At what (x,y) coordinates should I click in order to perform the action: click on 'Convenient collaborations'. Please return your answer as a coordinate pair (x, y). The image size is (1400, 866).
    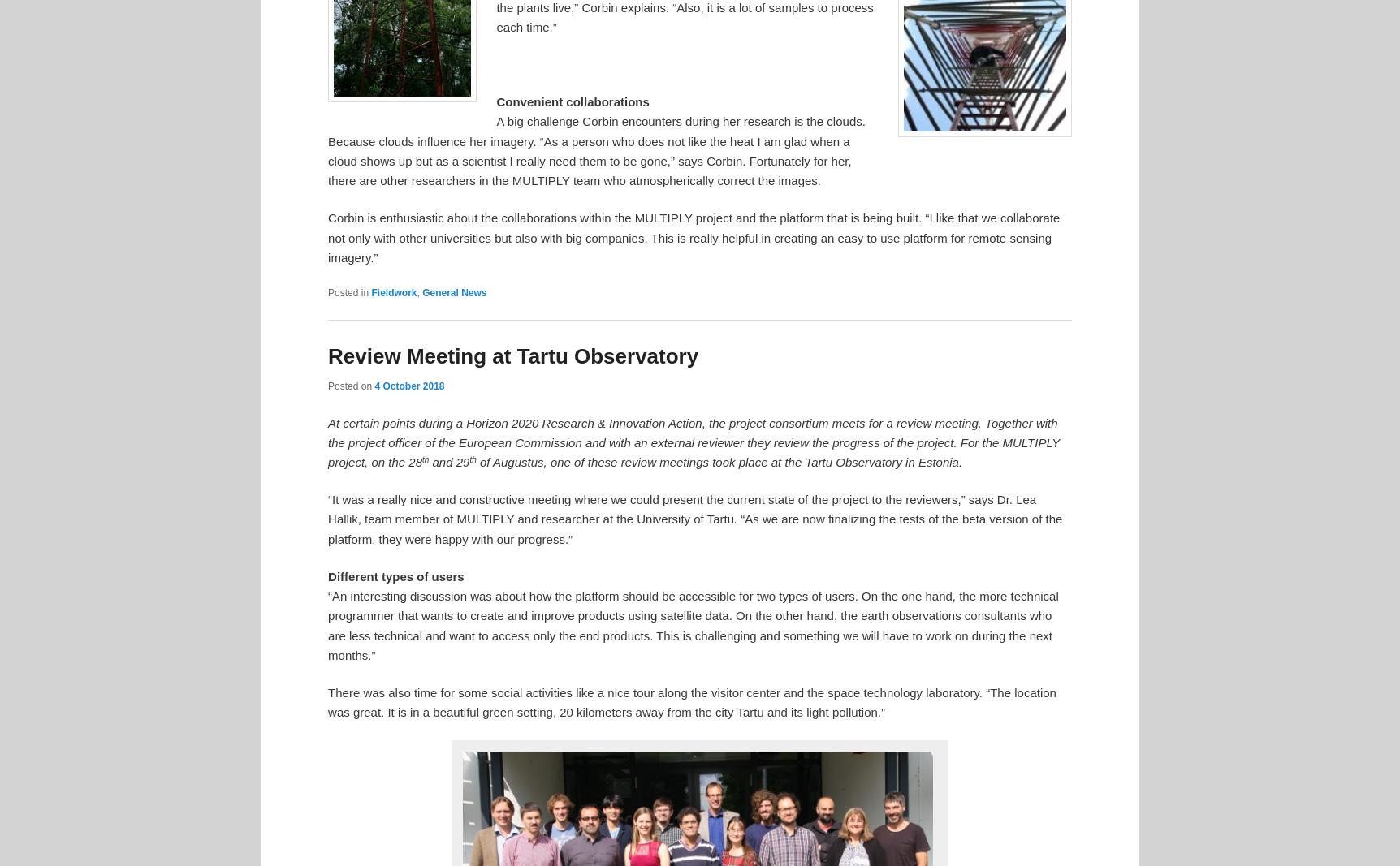
    Looking at the image, I should click on (571, 100).